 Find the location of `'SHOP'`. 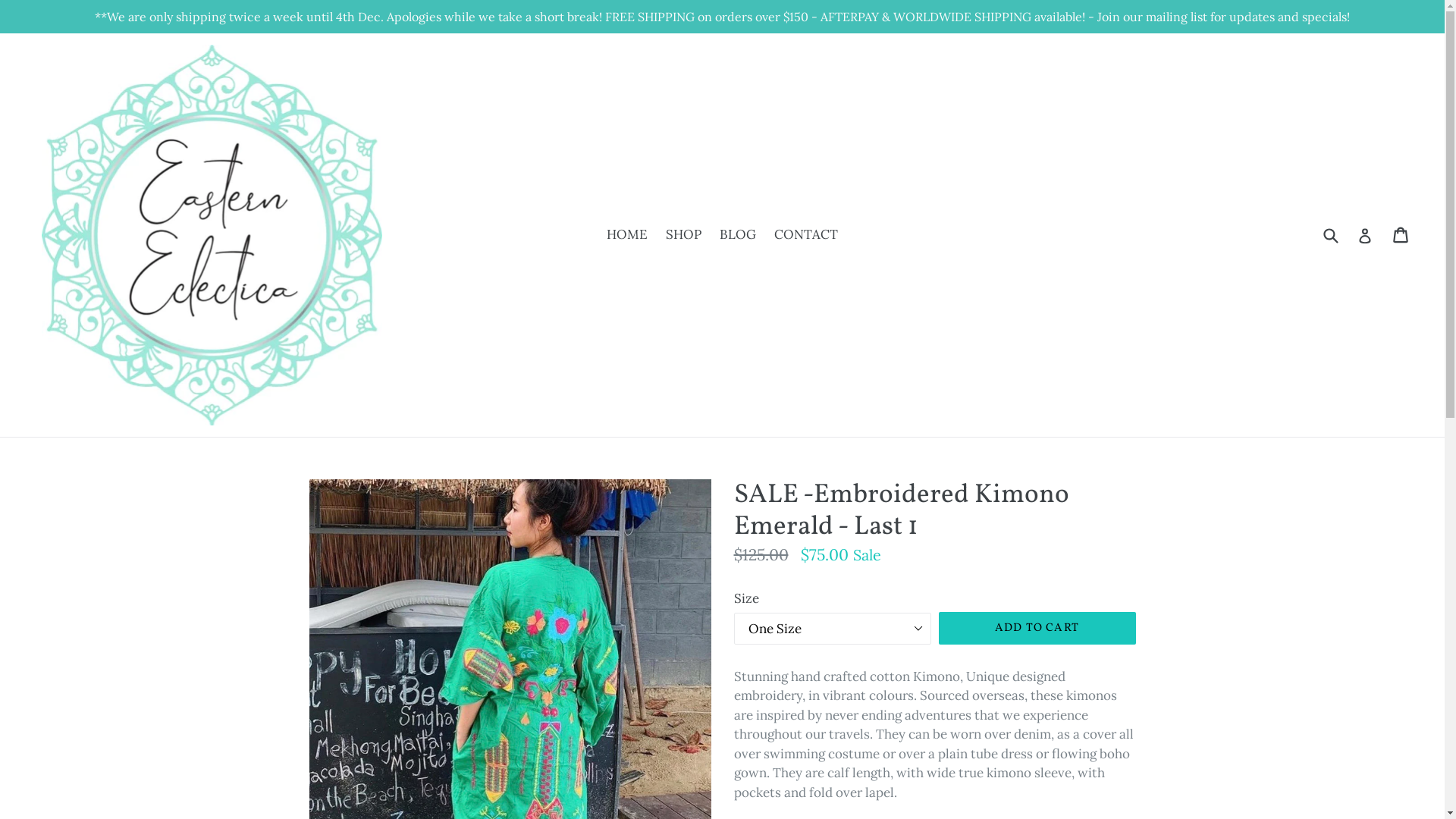

'SHOP' is located at coordinates (682, 234).